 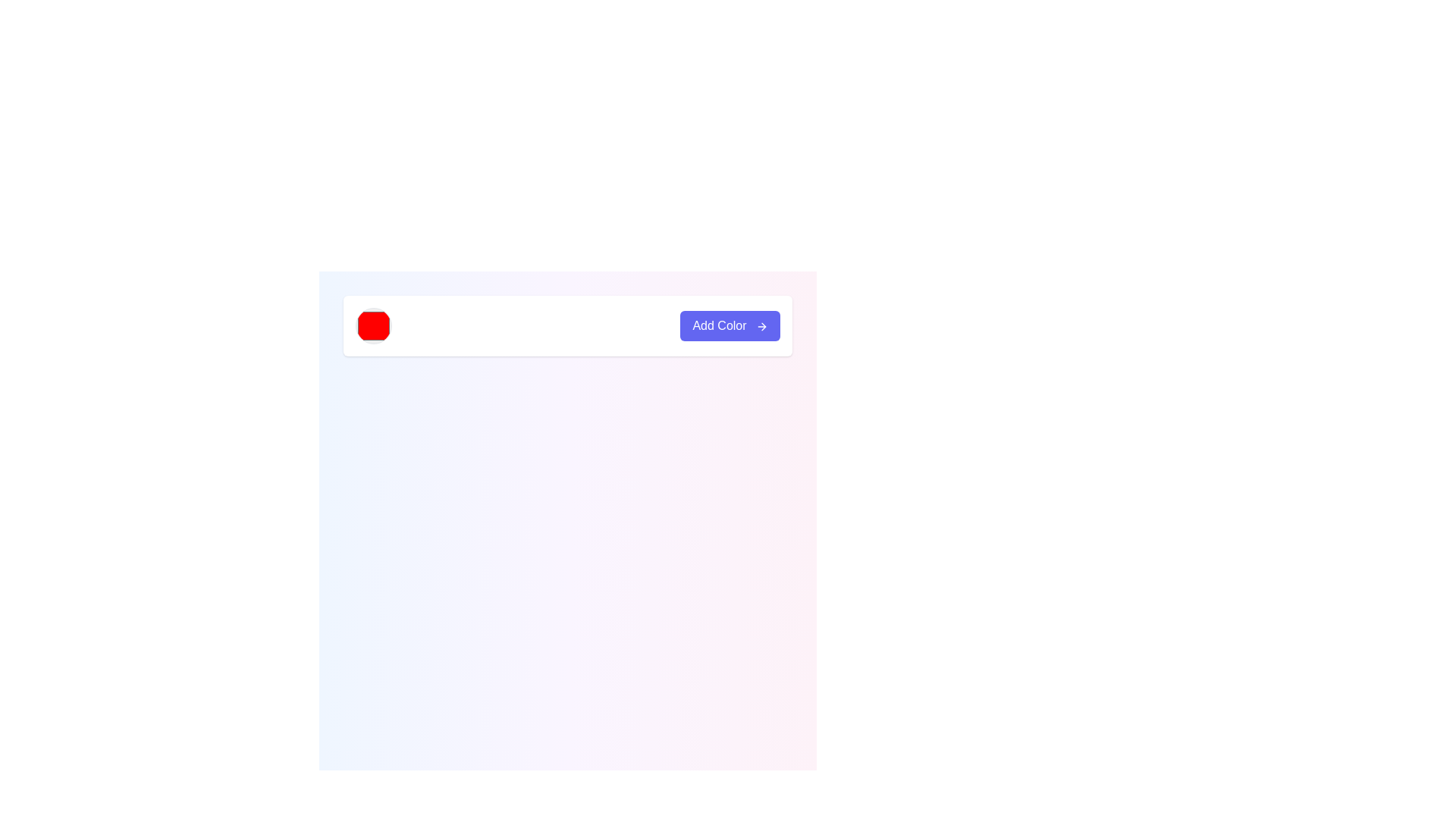 What do you see at coordinates (764, 325) in the screenshot?
I see `the 'Add Color' button which contains a rightward-pointing arrow SVG element` at bounding box center [764, 325].